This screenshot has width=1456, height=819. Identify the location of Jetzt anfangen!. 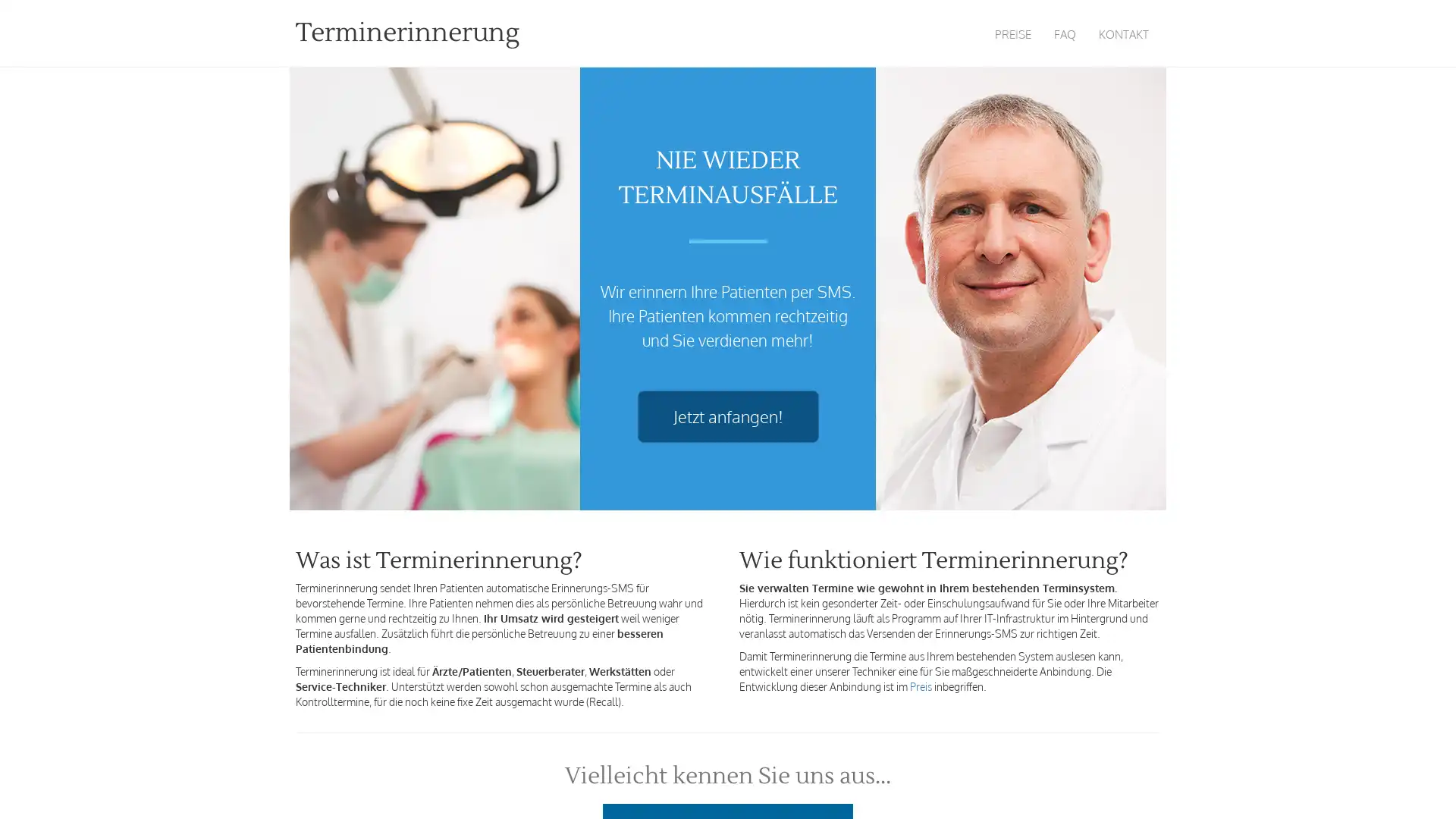
(726, 416).